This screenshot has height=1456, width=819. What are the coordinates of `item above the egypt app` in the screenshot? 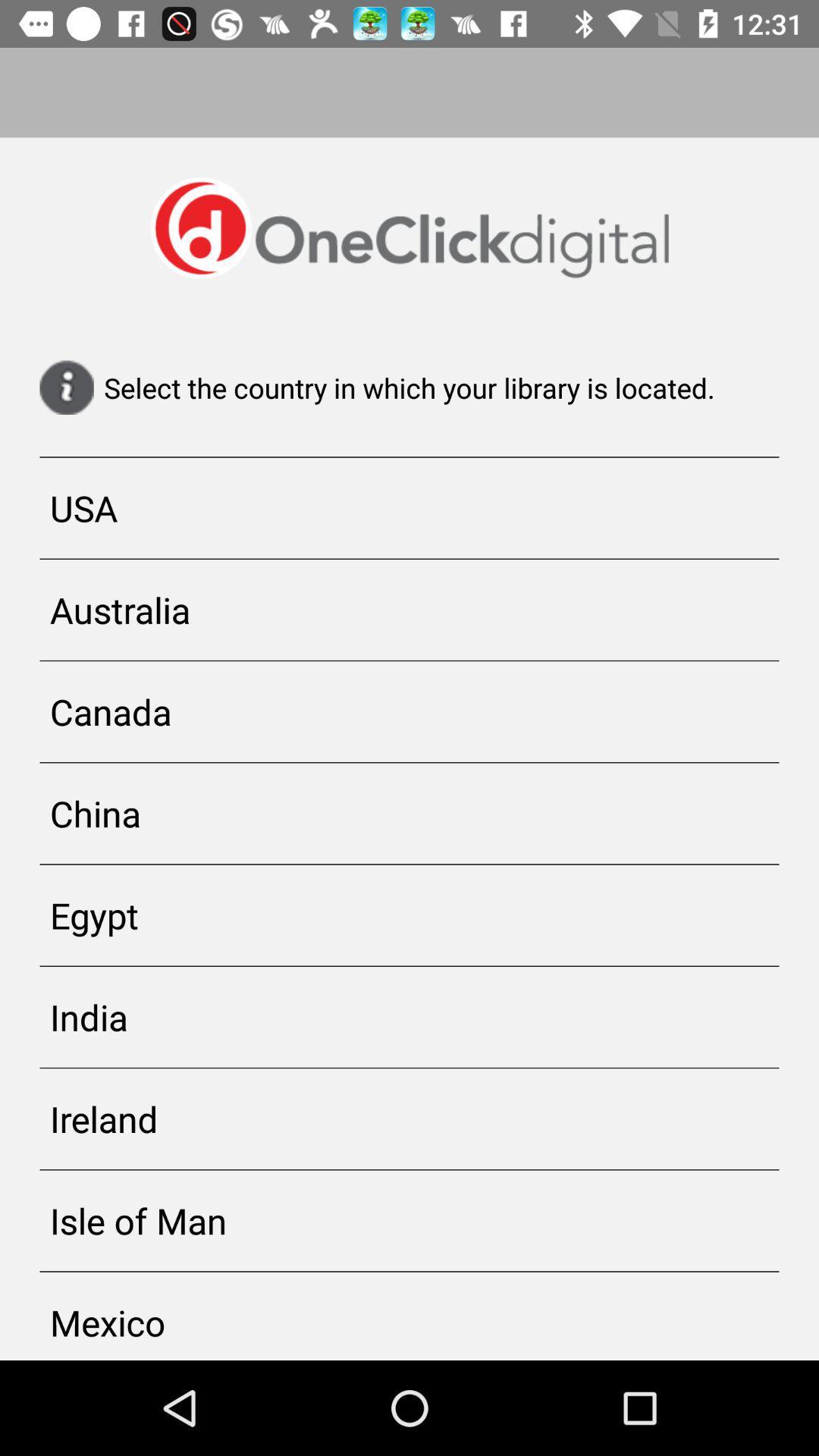 It's located at (409, 812).